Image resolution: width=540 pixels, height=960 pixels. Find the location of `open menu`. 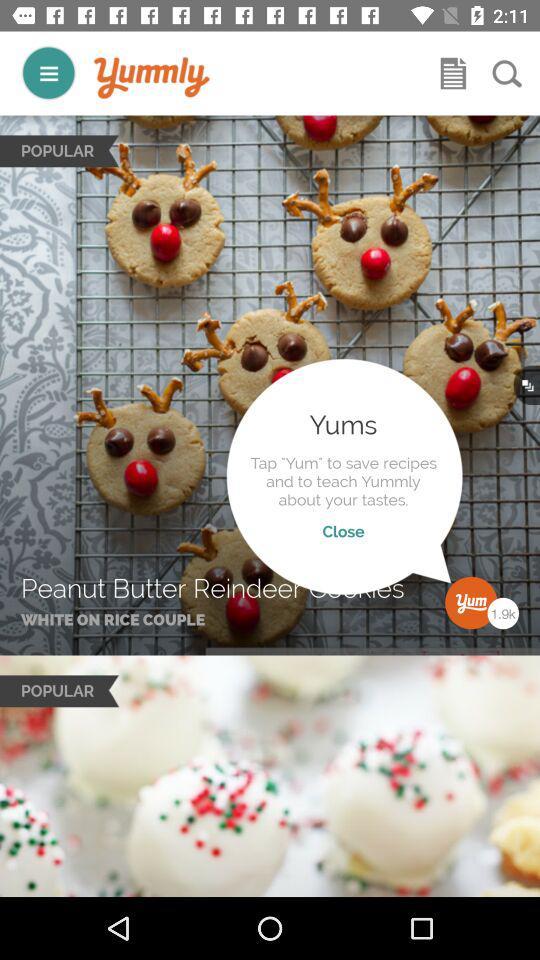

open menu is located at coordinates (453, 73).